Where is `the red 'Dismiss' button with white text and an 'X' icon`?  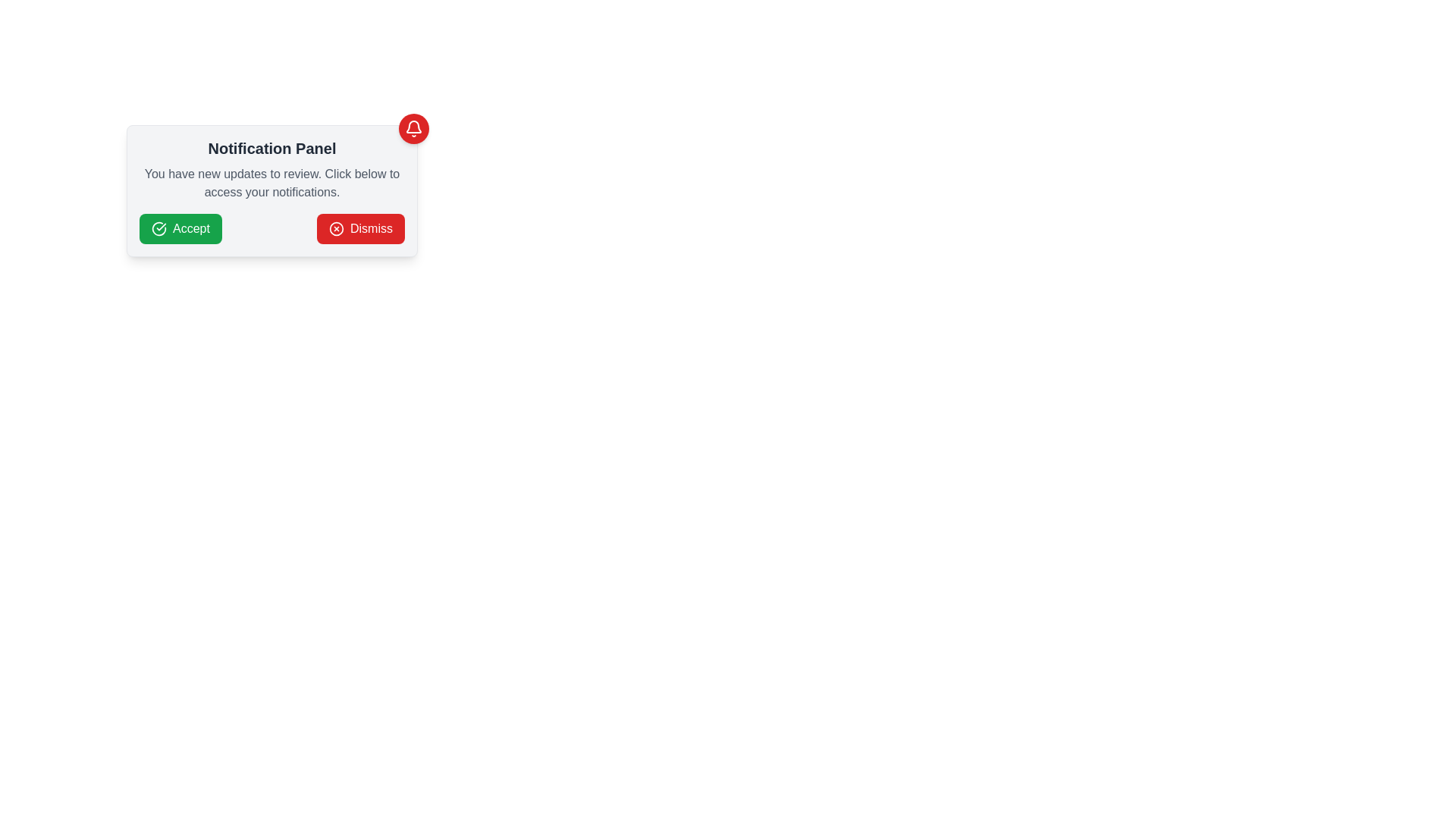 the red 'Dismiss' button with white text and an 'X' icon is located at coordinates (359, 228).